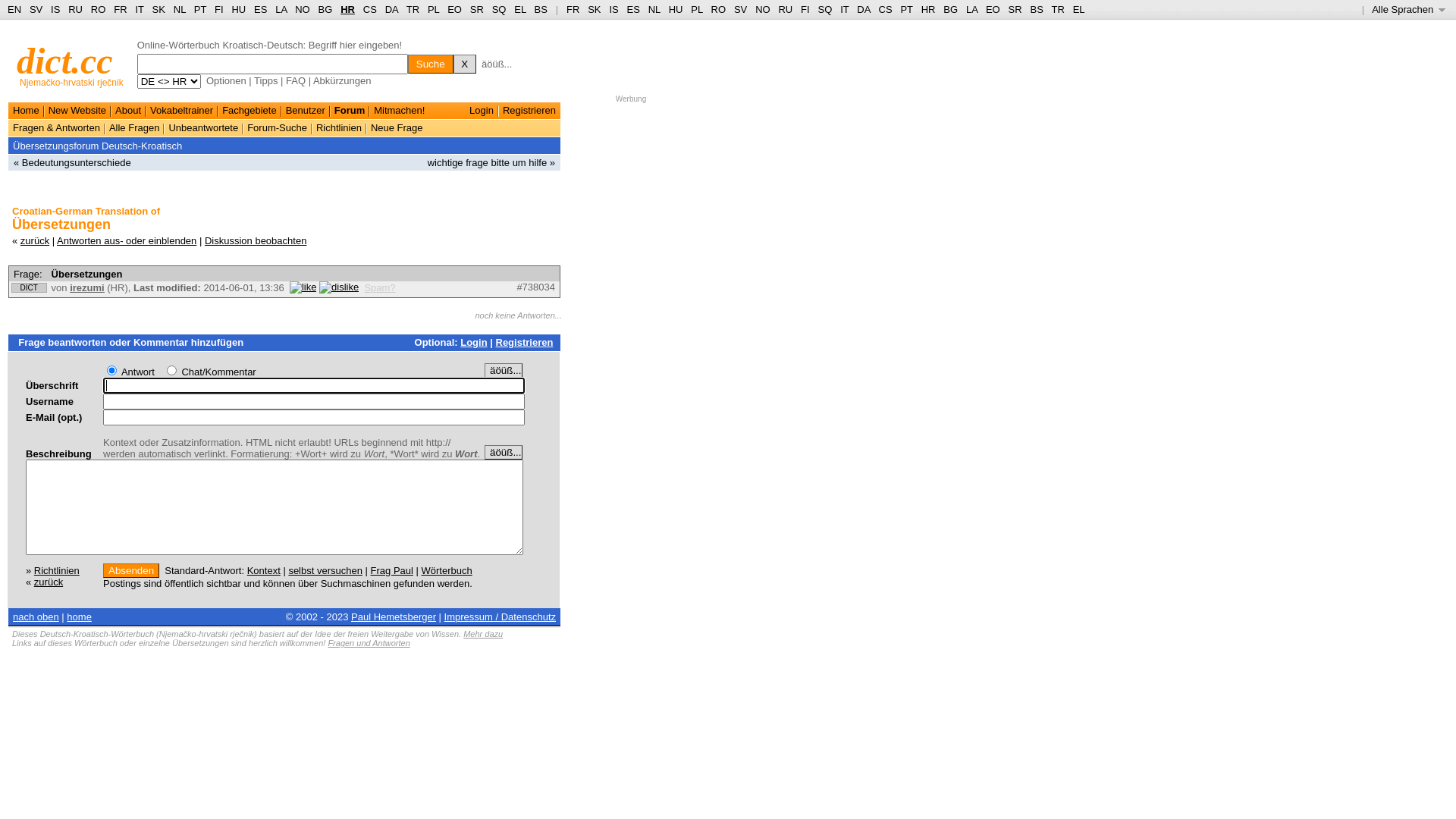 This screenshot has width=1456, height=819. What do you see at coordinates (206, 80) in the screenshot?
I see `'Optionen'` at bounding box center [206, 80].